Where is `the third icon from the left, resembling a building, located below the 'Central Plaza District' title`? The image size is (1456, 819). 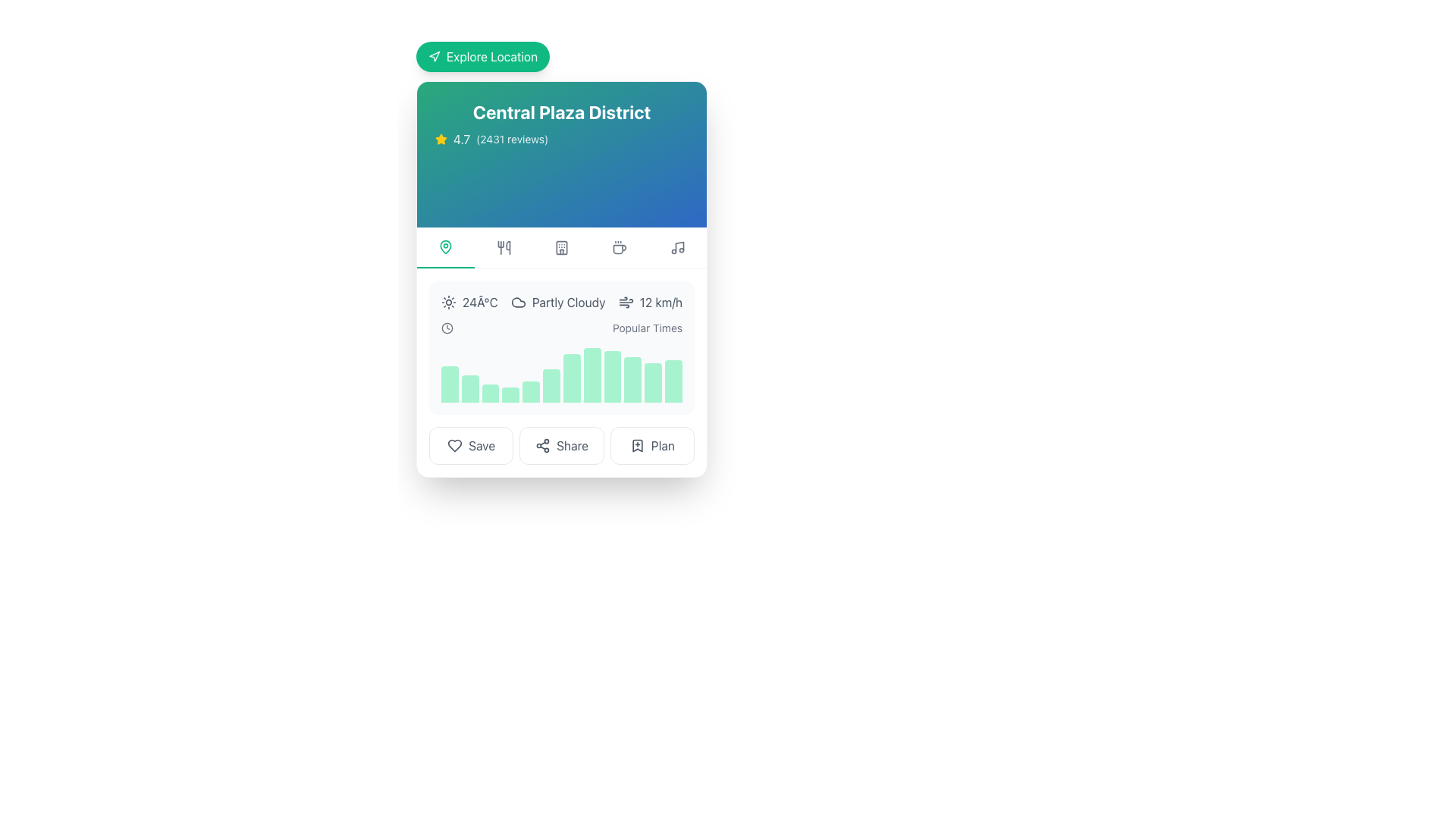
the third icon from the left, resembling a building, located below the 'Central Plaza District' title is located at coordinates (560, 247).